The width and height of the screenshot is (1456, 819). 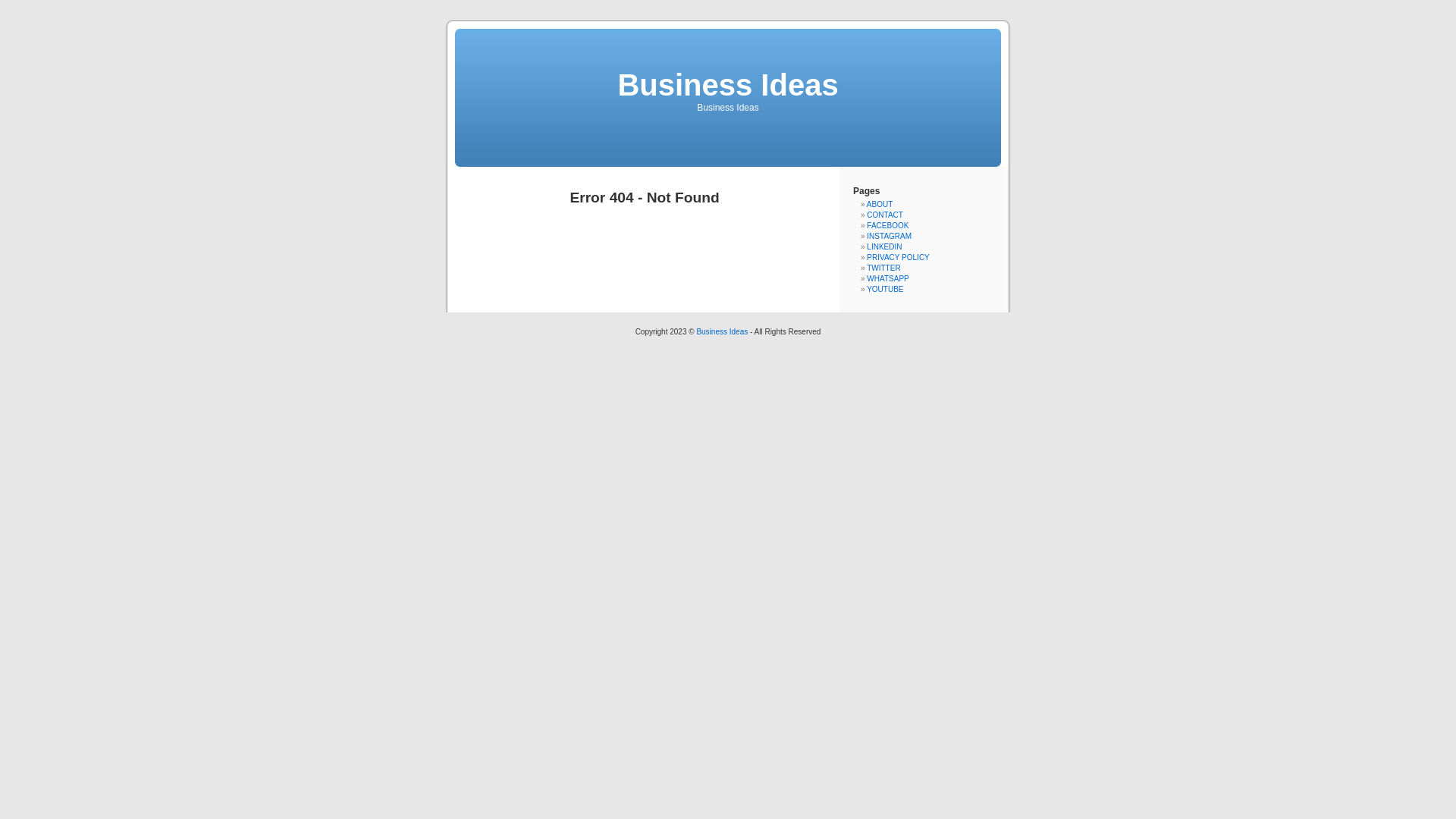 I want to click on 'Business Ideas', so click(x=695, y=331).